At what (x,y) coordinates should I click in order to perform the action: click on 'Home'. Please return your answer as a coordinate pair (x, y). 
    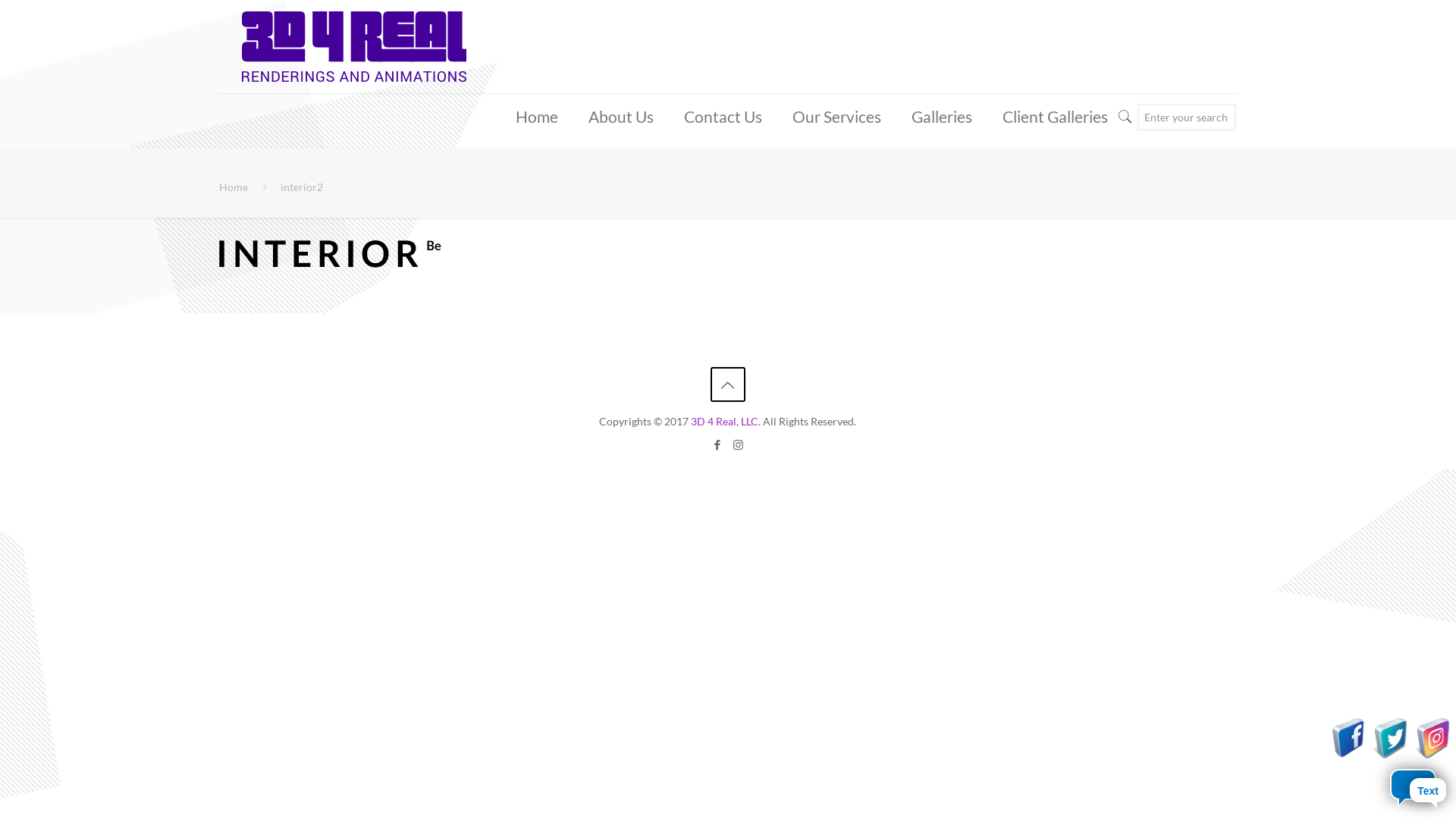
    Looking at the image, I should click on (232, 186).